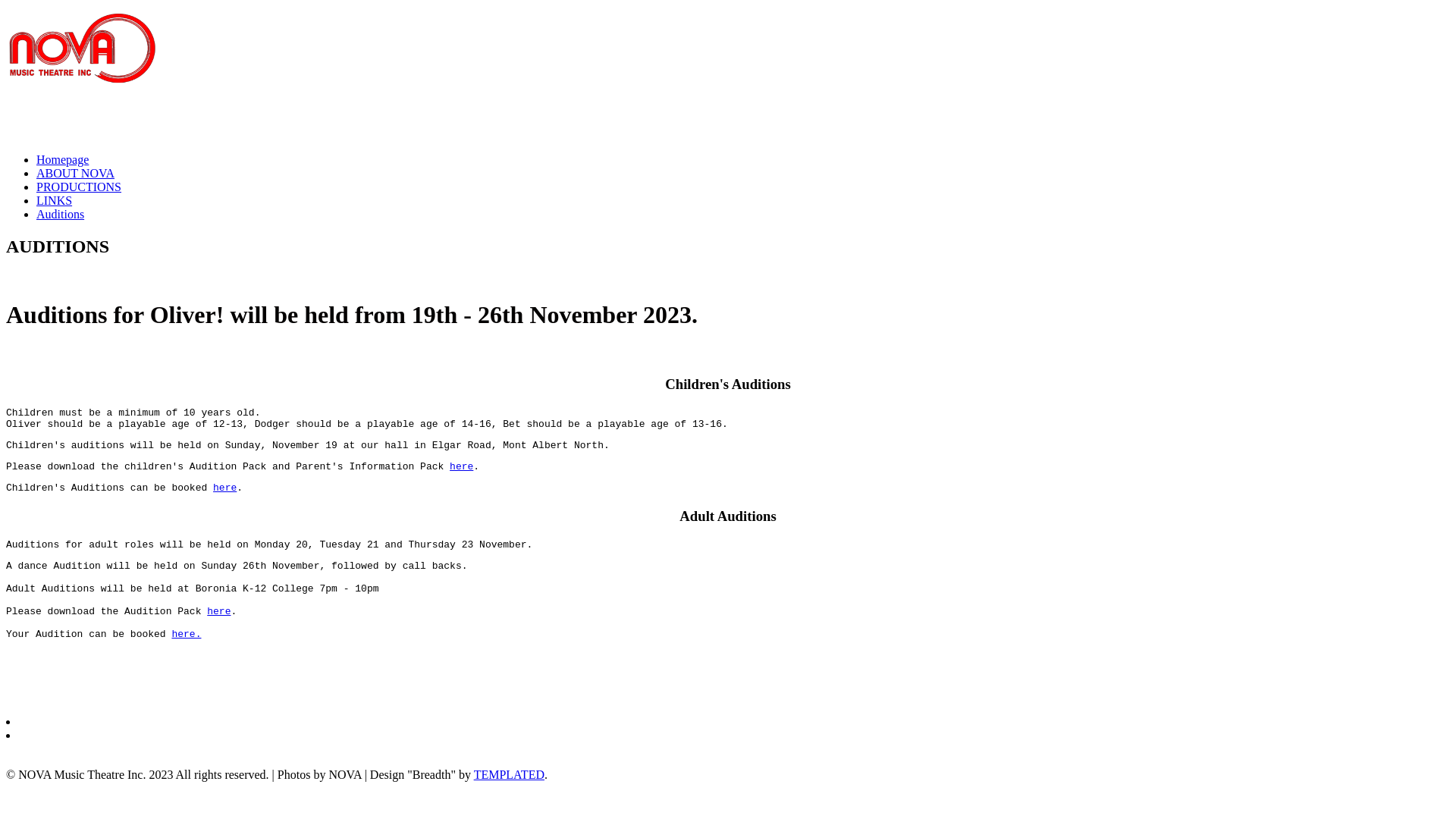 The image size is (1456, 819). I want to click on 'Homepage', so click(61, 159).